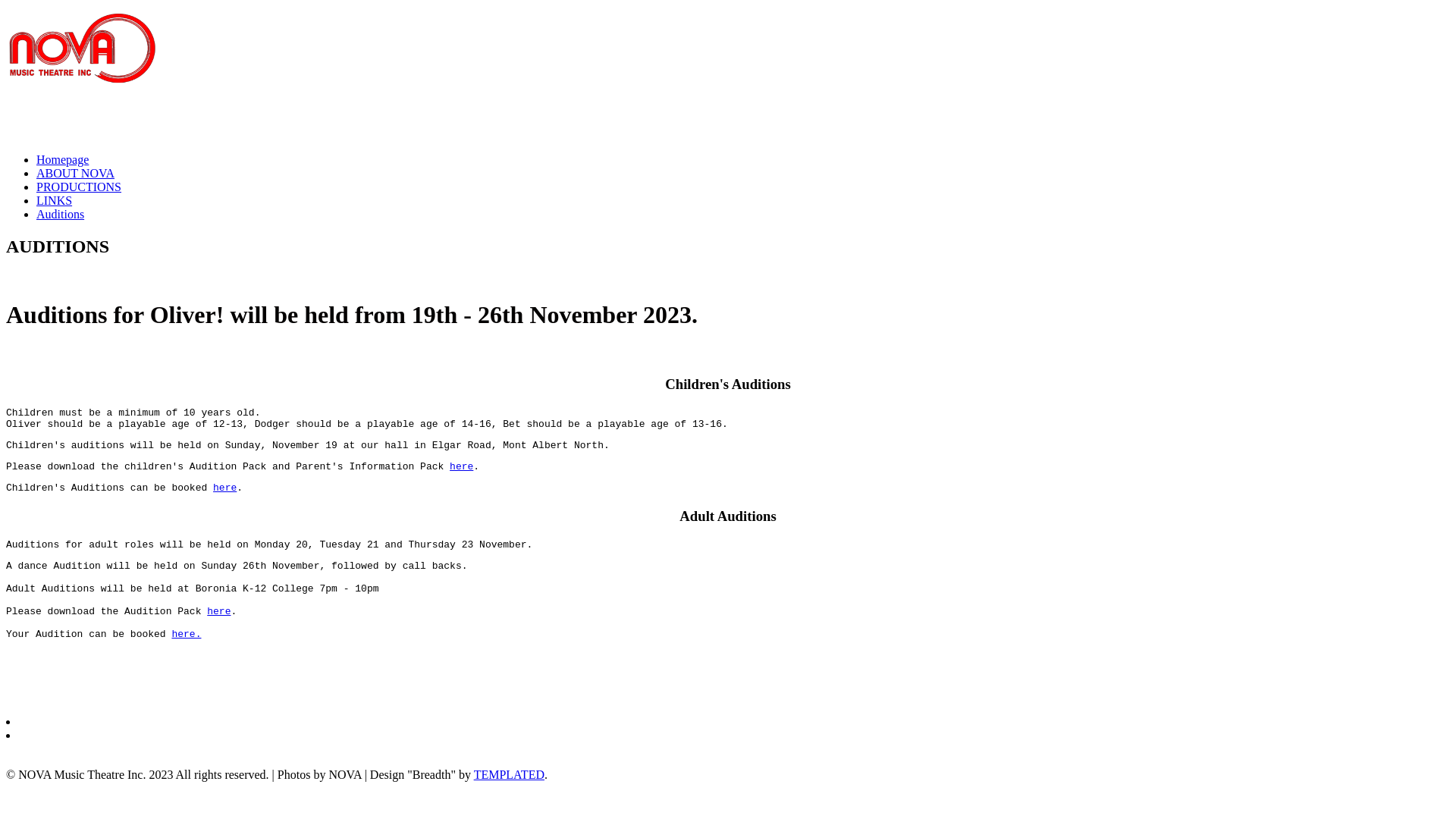 The image size is (1456, 819). I want to click on 'Homepage', so click(61, 159).